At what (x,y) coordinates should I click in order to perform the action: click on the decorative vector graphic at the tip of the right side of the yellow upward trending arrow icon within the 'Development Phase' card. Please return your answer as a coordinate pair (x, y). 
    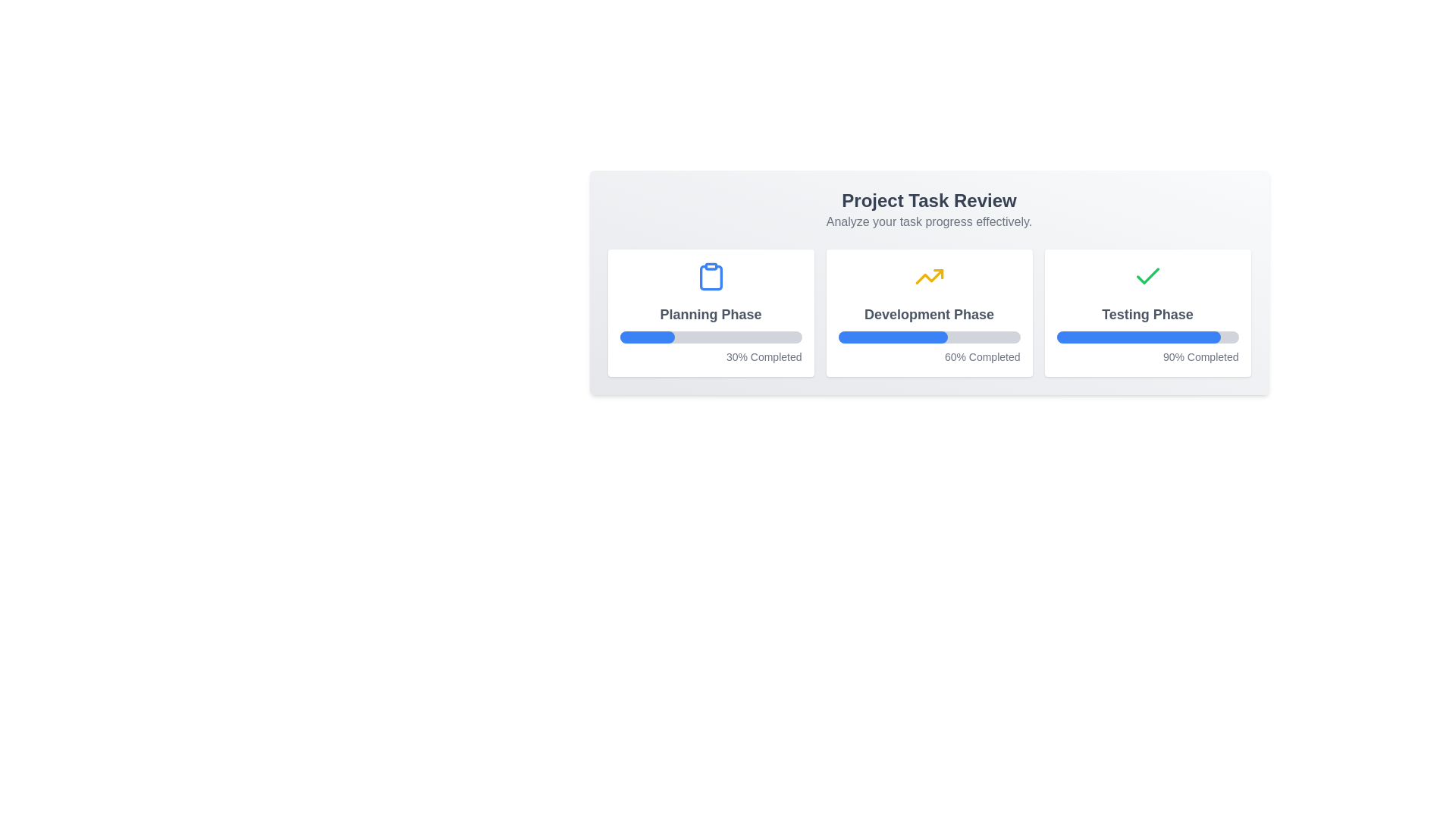
    Looking at the image, I should click on (937, 274).